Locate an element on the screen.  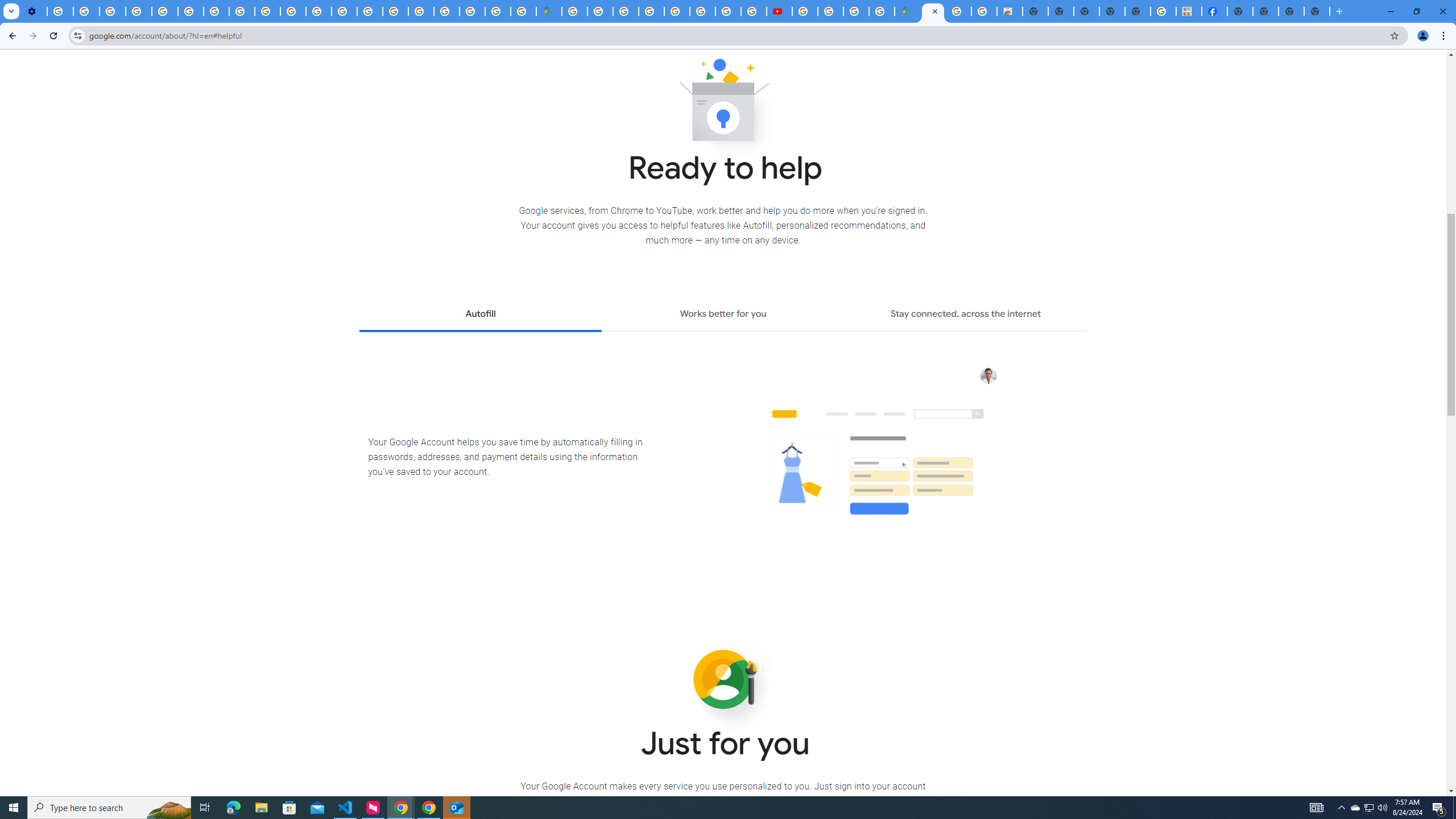
'Chrome Web Store - Shopping' is located at coordinates (1009, 11).